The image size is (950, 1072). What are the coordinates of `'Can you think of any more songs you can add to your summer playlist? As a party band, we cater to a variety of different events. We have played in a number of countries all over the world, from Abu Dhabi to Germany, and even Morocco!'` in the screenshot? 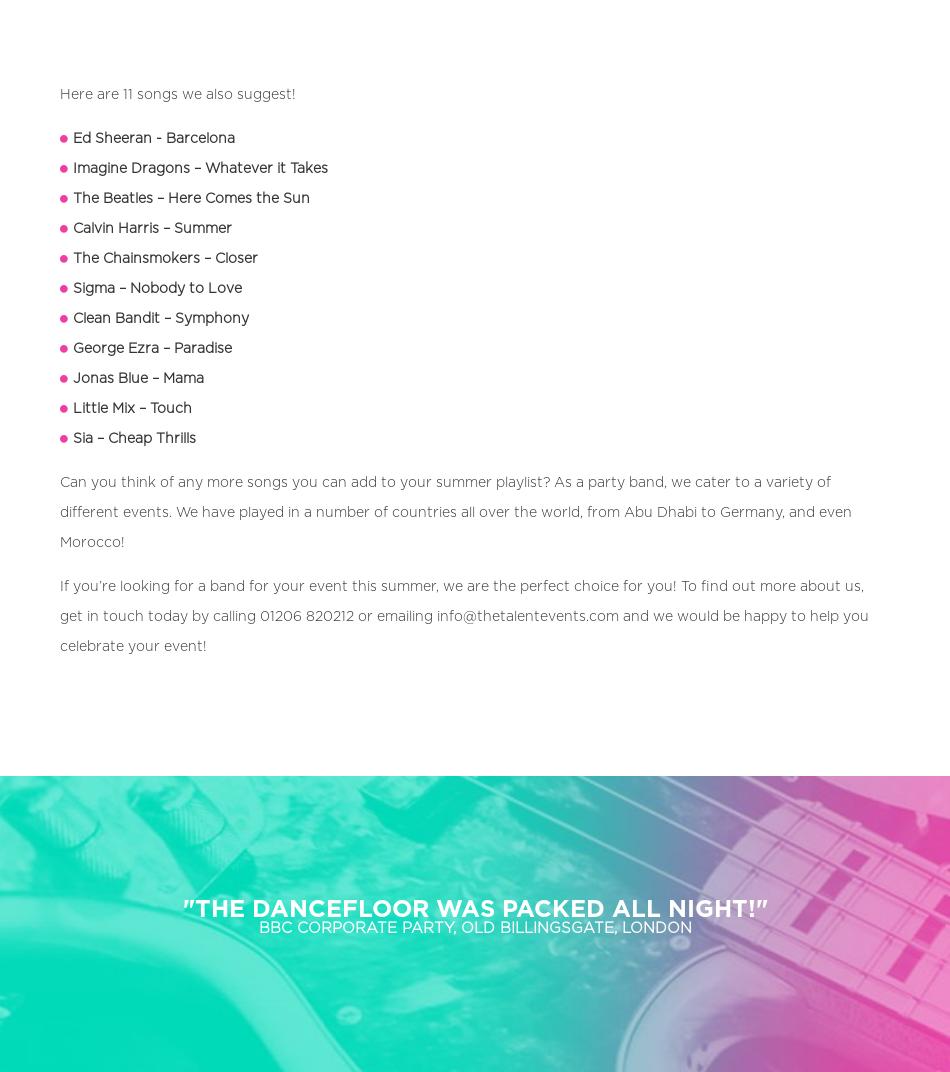 It's located at (455, 512).